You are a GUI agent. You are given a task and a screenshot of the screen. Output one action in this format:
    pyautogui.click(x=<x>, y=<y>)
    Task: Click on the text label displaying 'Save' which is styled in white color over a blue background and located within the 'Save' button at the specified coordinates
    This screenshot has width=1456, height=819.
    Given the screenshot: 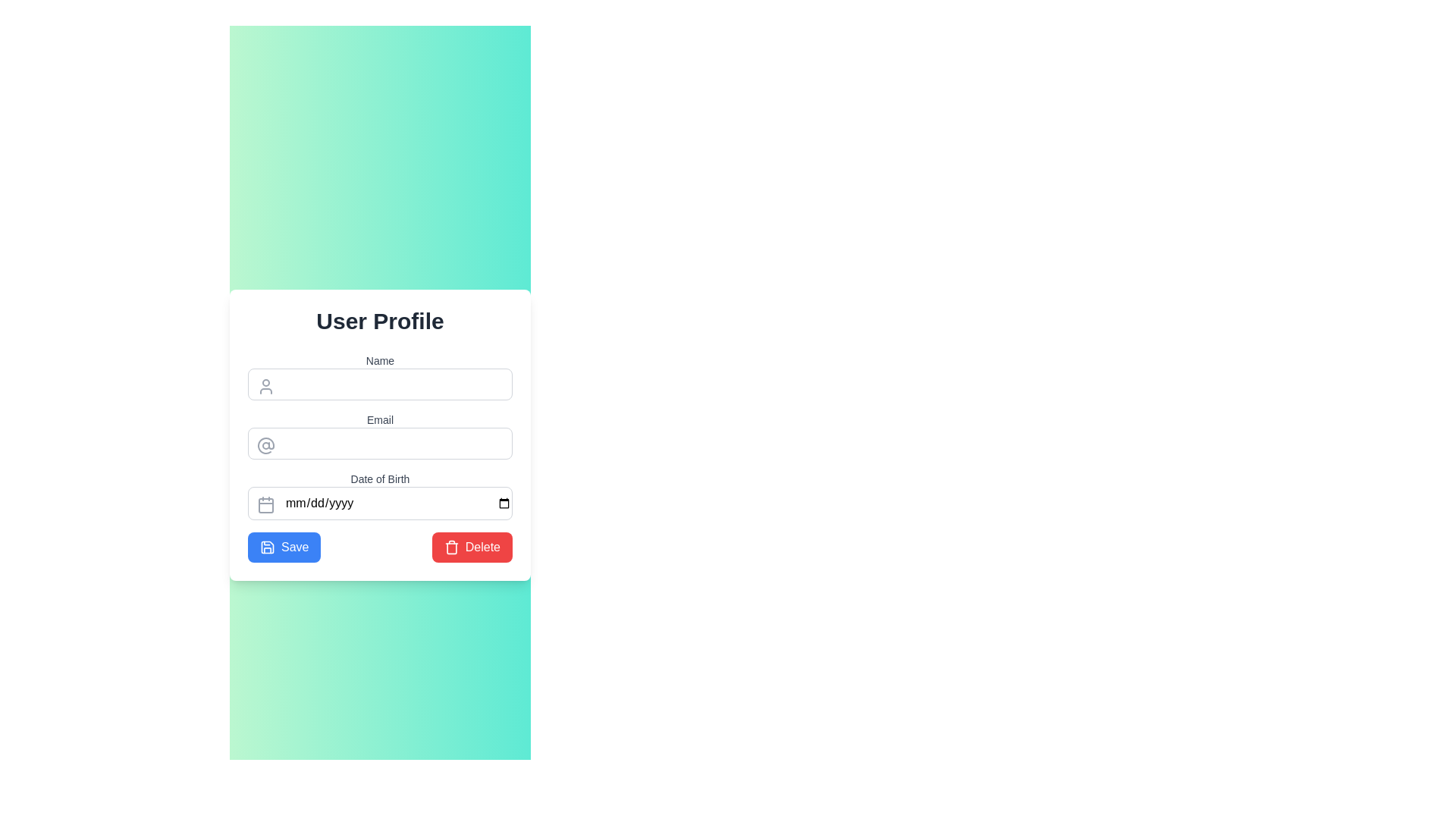 What is the action you would take?
    pyautogui.click(x=295, y=547)
    